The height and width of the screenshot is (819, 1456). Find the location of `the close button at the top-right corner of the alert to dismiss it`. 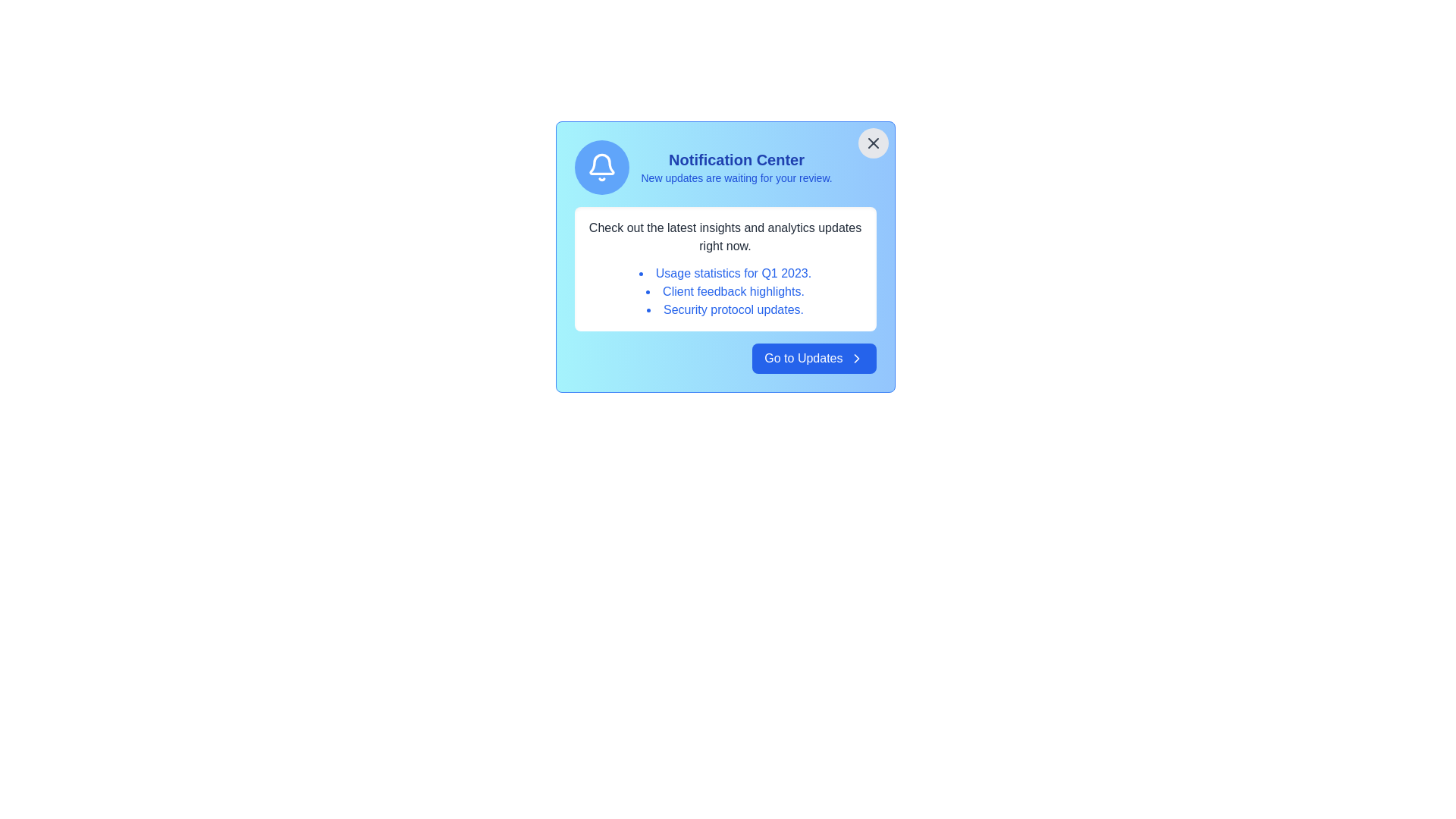

the close button at the top-right corner of the alert to dismiss it is located at coordinates (873, 143).